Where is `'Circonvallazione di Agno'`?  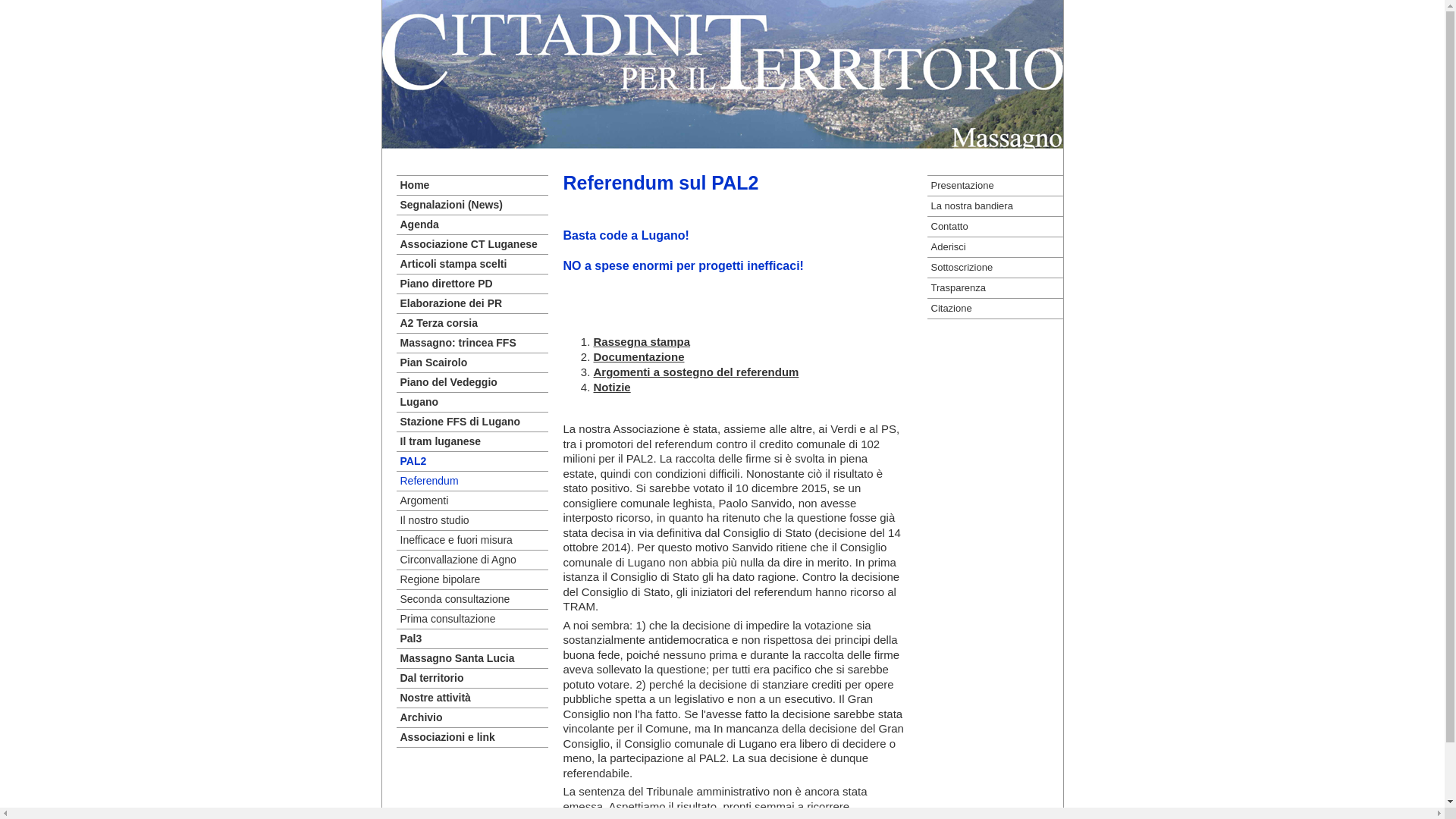
'Circonvallazione di Agno' is located at coordinates (471, 560).